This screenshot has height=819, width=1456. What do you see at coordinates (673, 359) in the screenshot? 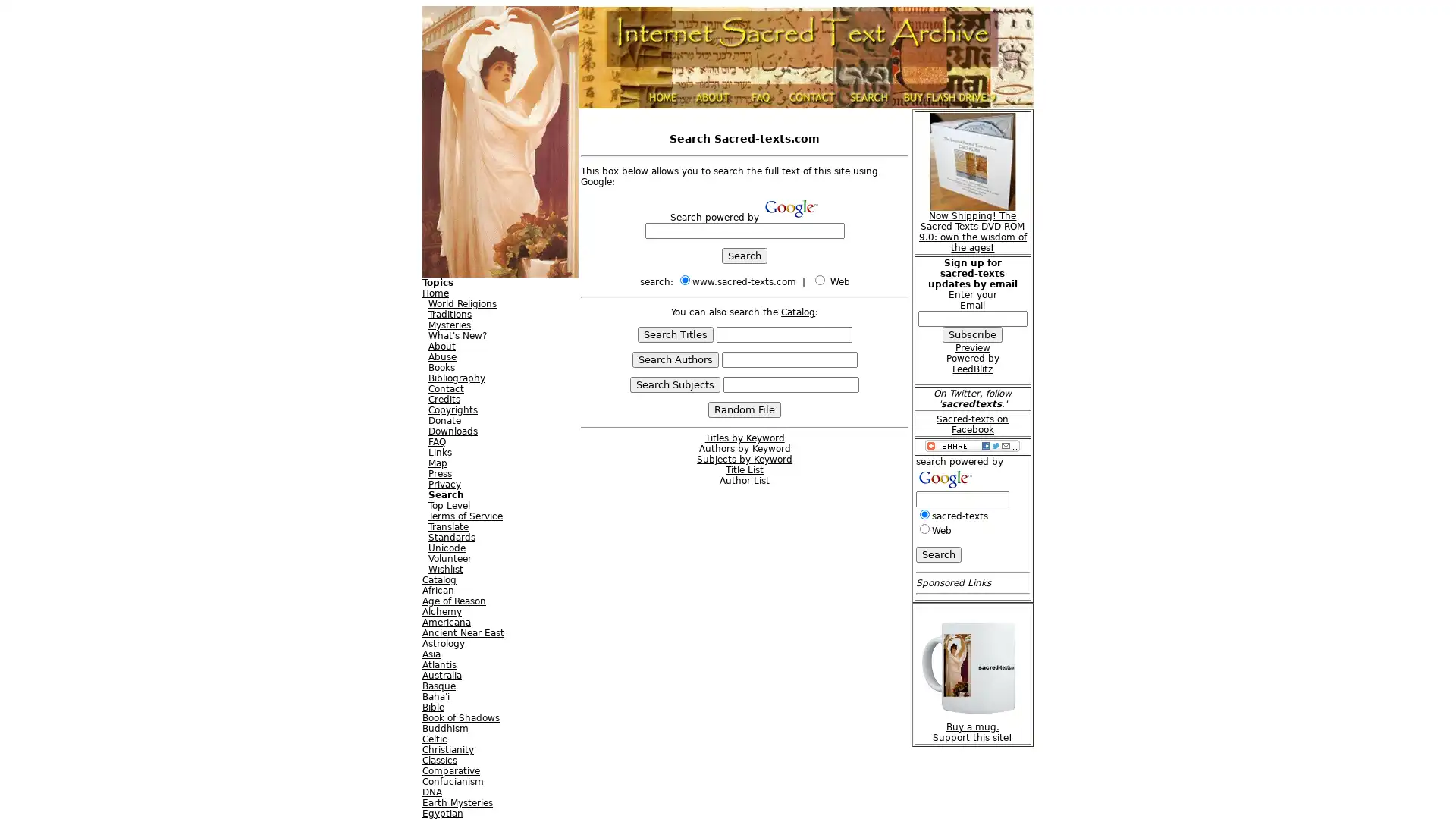
I see `Search Authors` at bounding box center [673, 359].